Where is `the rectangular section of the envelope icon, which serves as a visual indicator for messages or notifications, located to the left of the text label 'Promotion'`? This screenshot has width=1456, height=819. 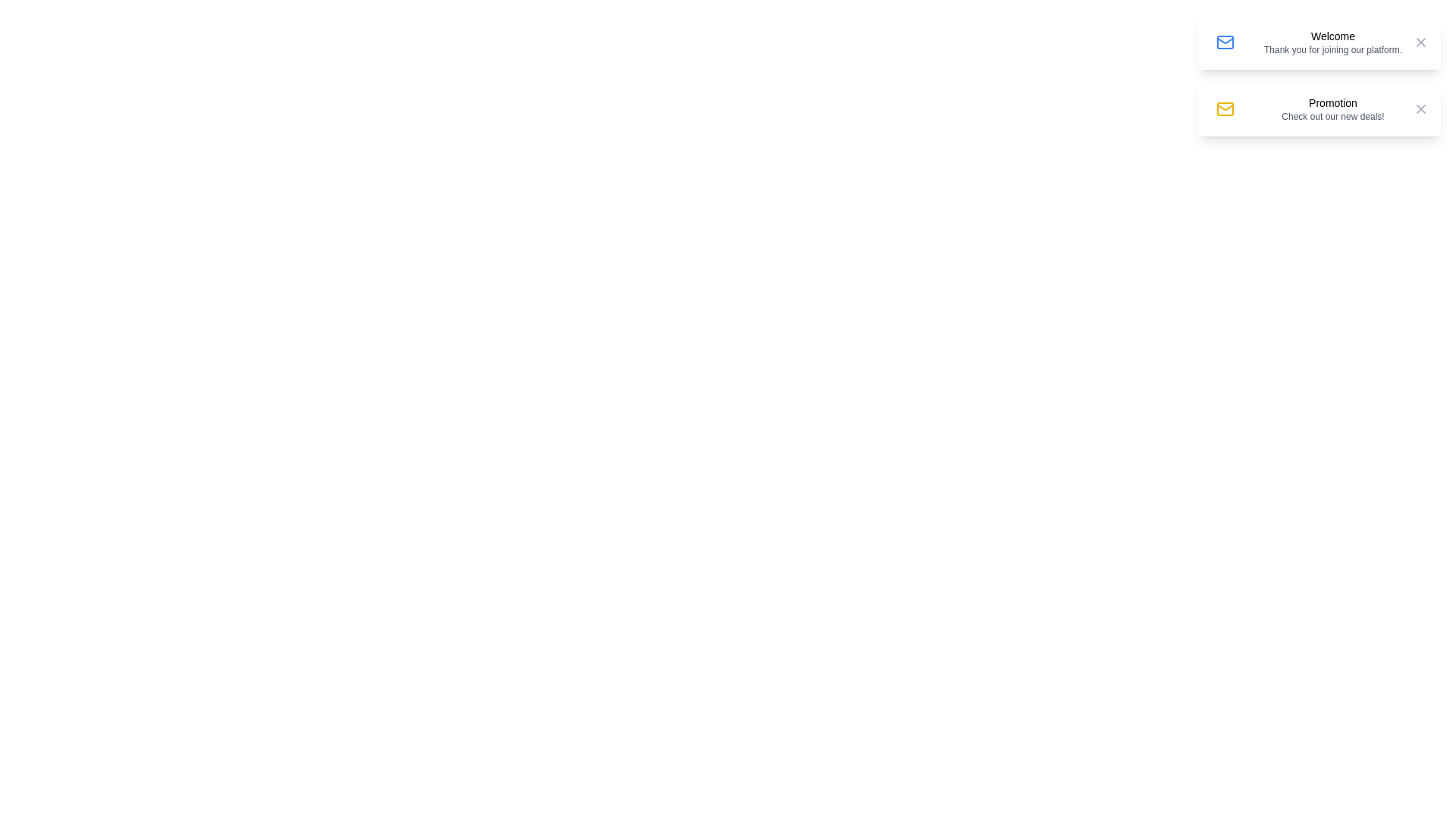
the rectangular section of the envelope icon, which serves as a visual indicator for messages or notifications, located to the left of the text label 'Promotion' is located at coordinates (1225, 108).